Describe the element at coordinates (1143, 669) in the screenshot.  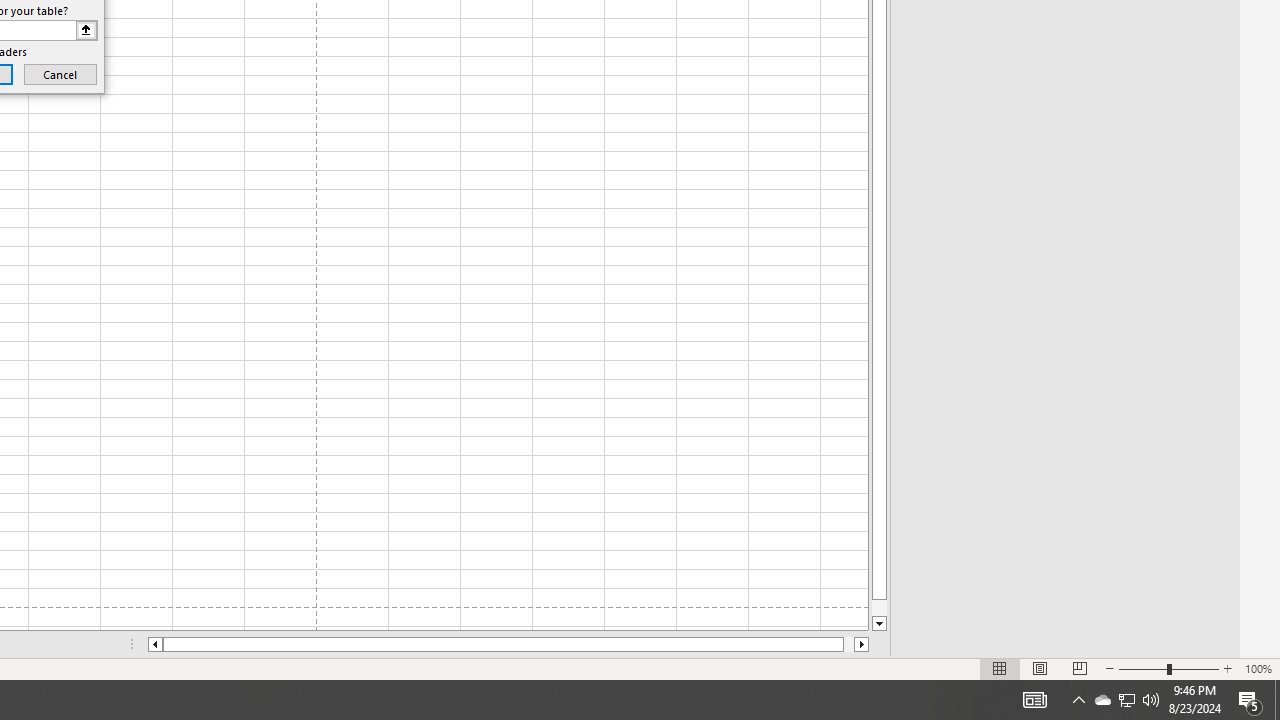
I see `'Zoom Out'` at that location.